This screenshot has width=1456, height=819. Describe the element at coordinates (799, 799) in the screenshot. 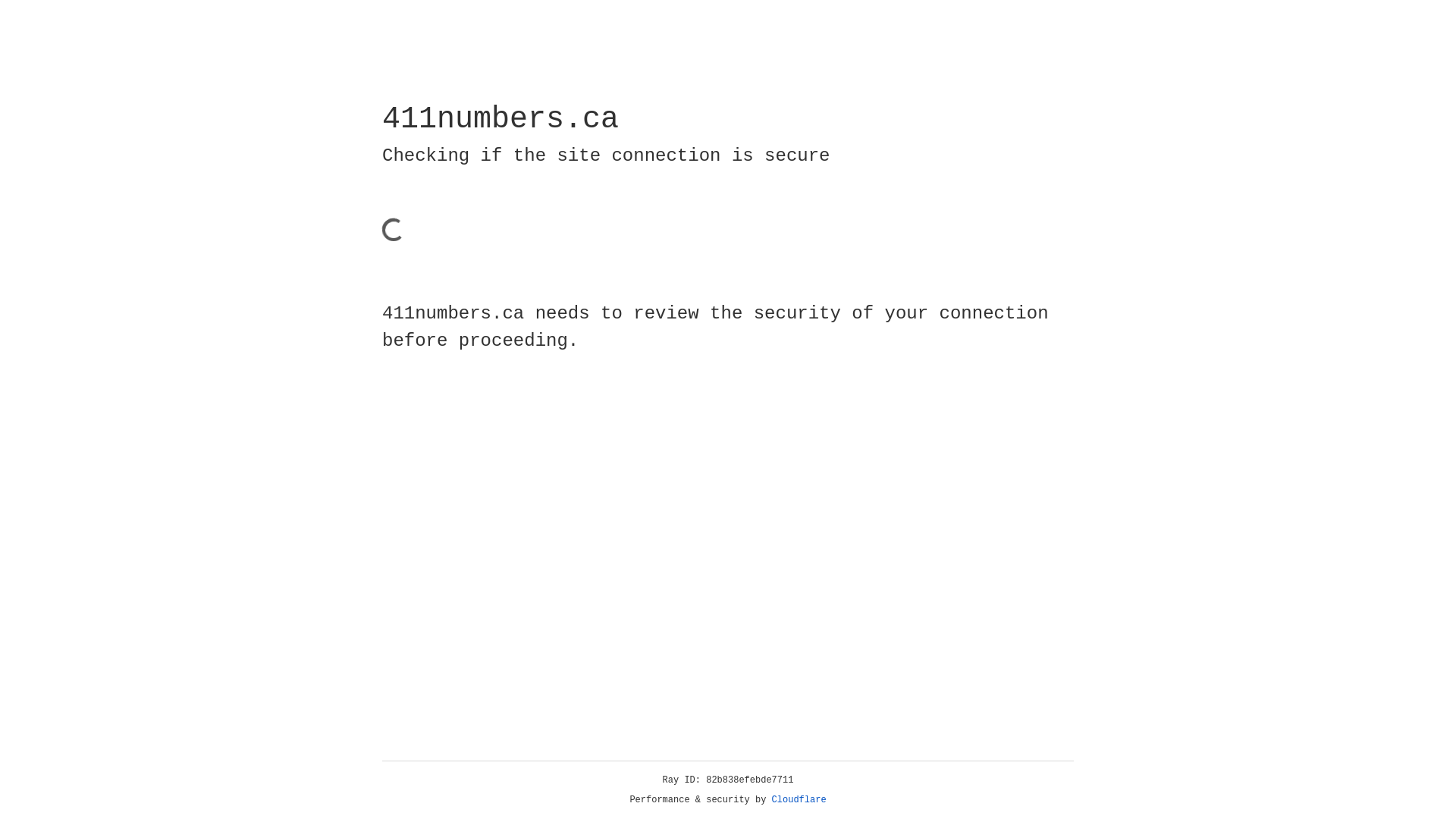

I see `'Cloudflare'` at that location.